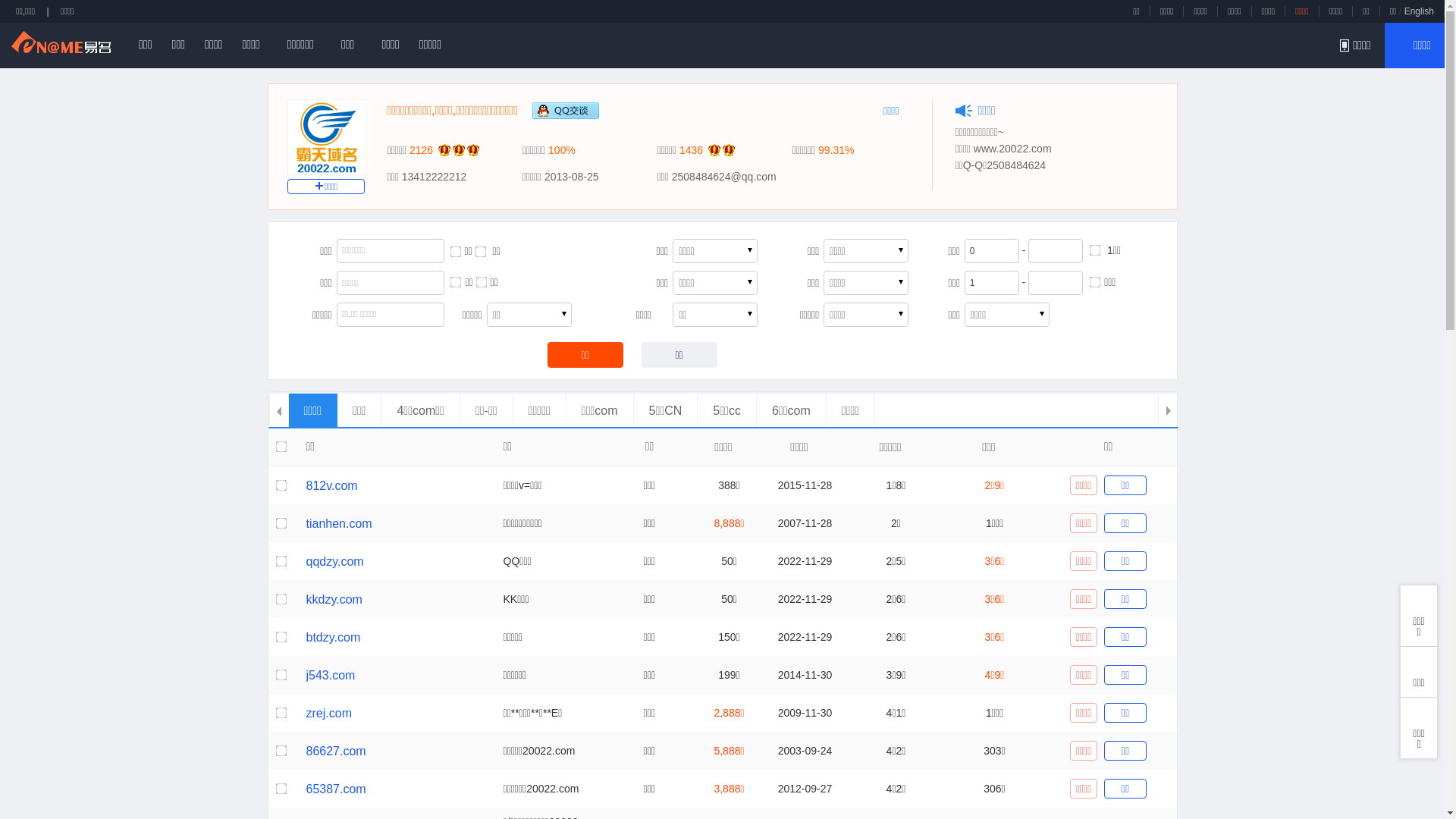 The image size is (1456, 819). Describe the element at coordinates (421, 149) in the screenshot. I see `'2126'` at that location.